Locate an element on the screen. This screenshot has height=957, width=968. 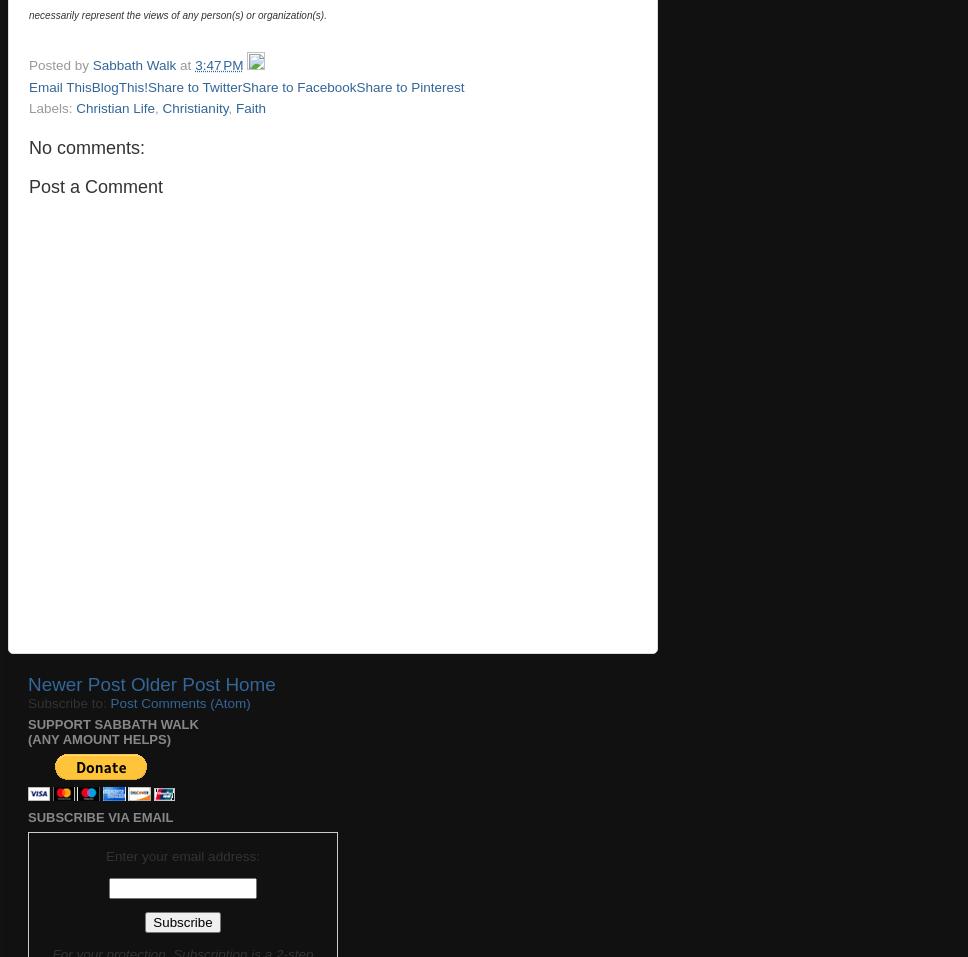
'Share to Facebook' is located at coordinates (242, 85).